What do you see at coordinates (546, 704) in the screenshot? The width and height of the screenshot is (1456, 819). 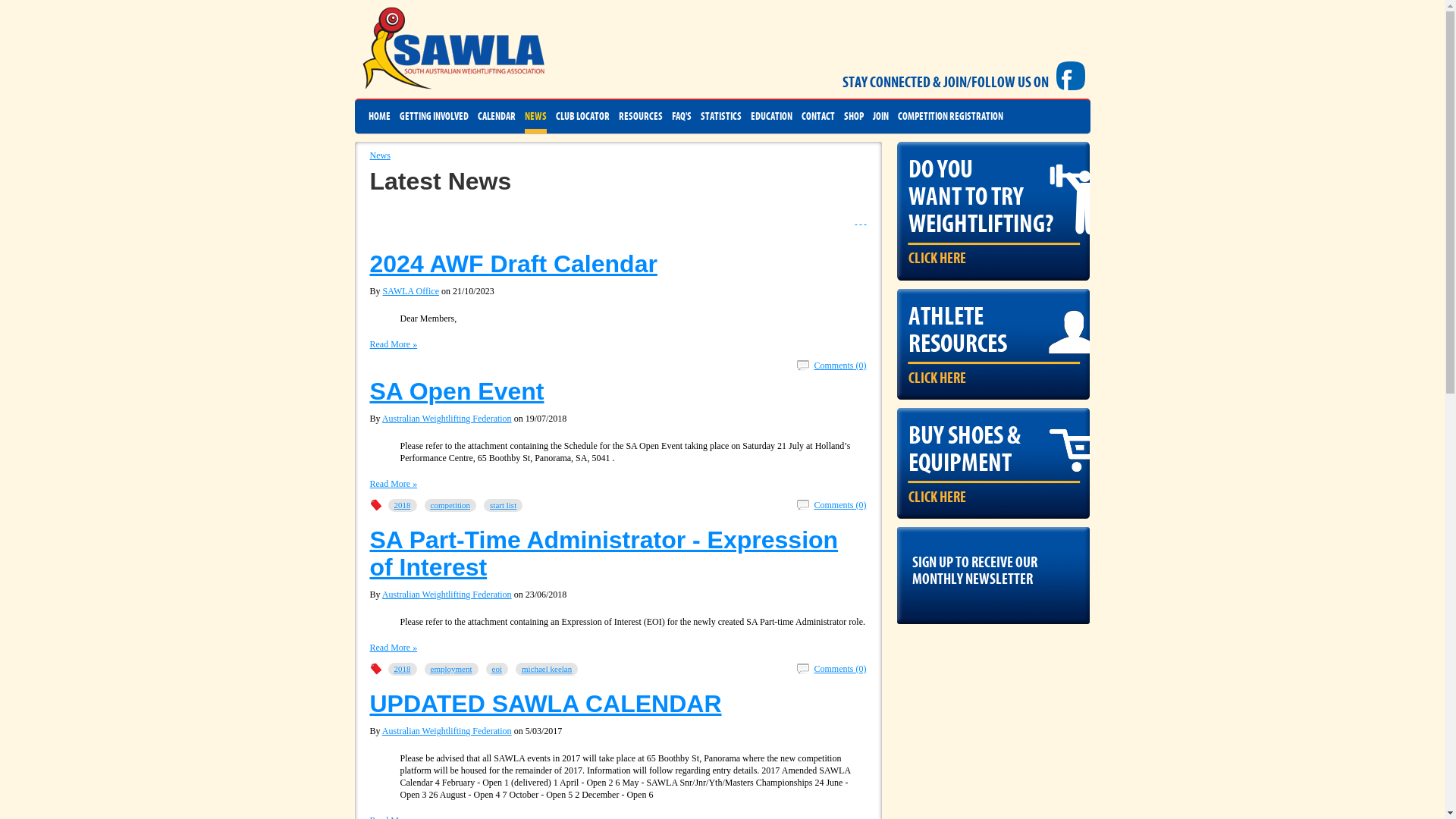 I see `'UPDATED SAWLA CALENDAR'` at bounding box center [546, 704].